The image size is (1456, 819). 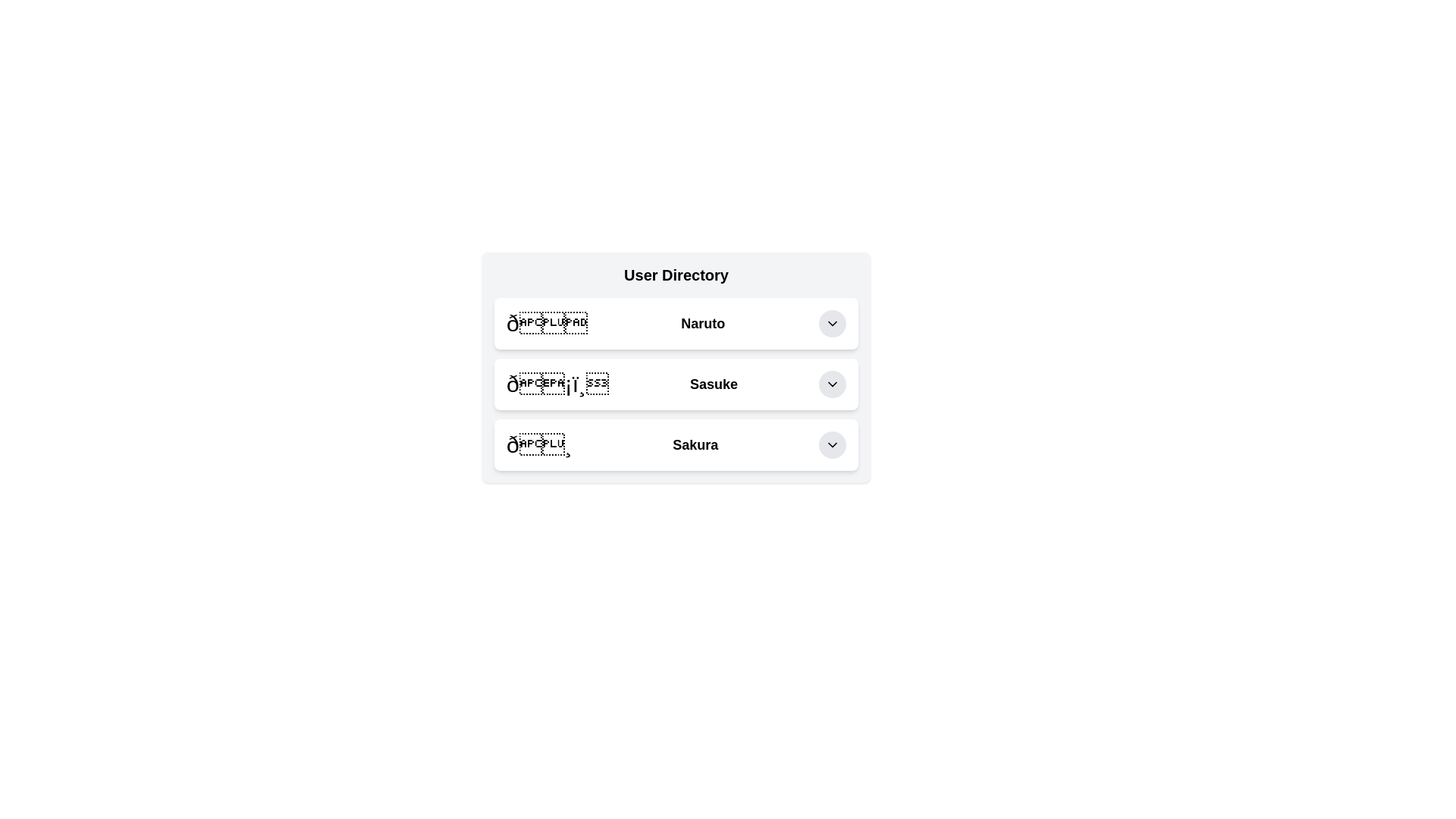 I want to click on the interactive list item representing 'Sakura' in the User Directory, which is the third item in the list, so click(x=676, y=444).